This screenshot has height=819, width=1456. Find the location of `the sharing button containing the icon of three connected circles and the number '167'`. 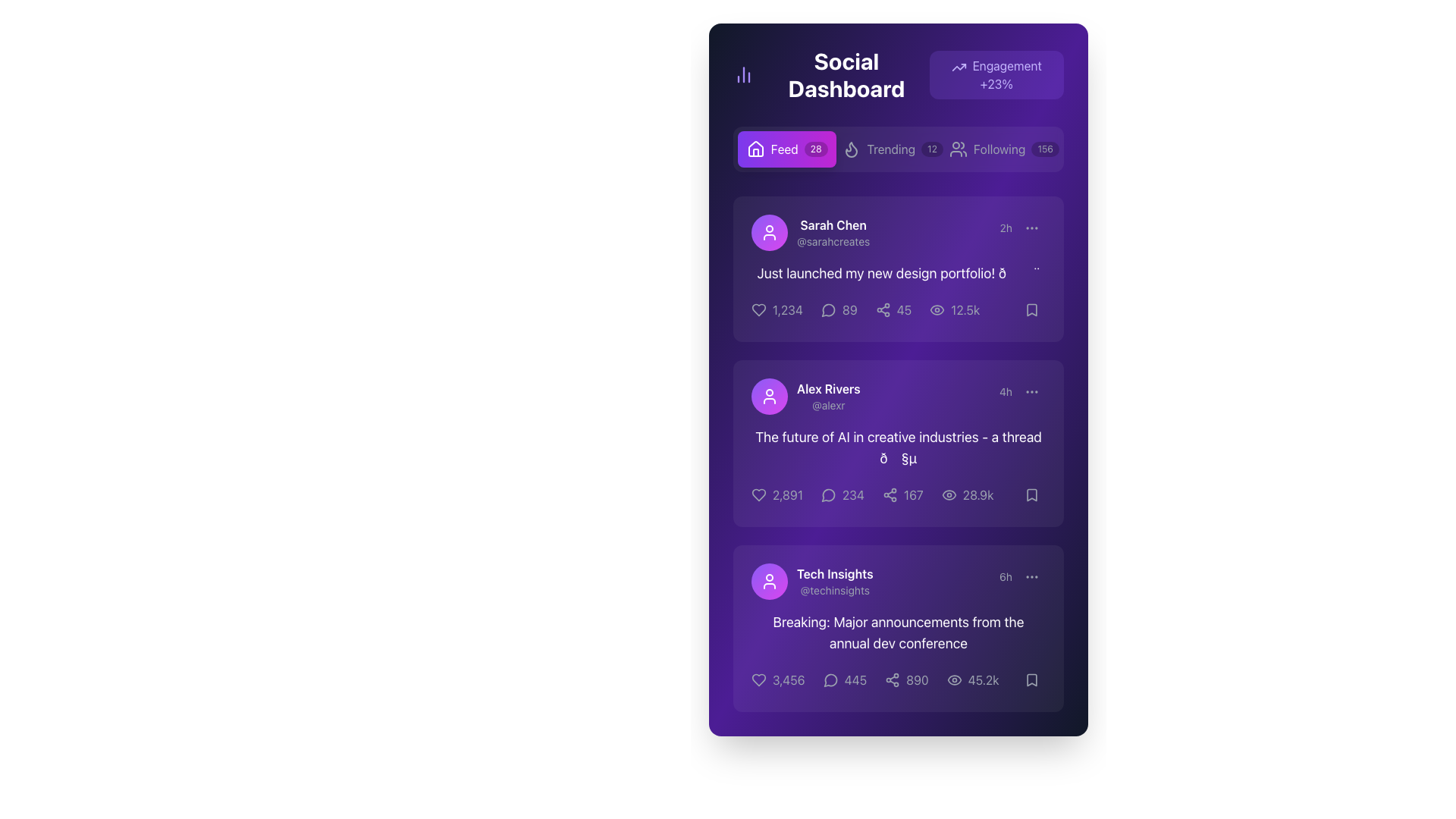

the sharing button containing the icon of three connected circles and the number '167' is located at coordinates (902, 494).